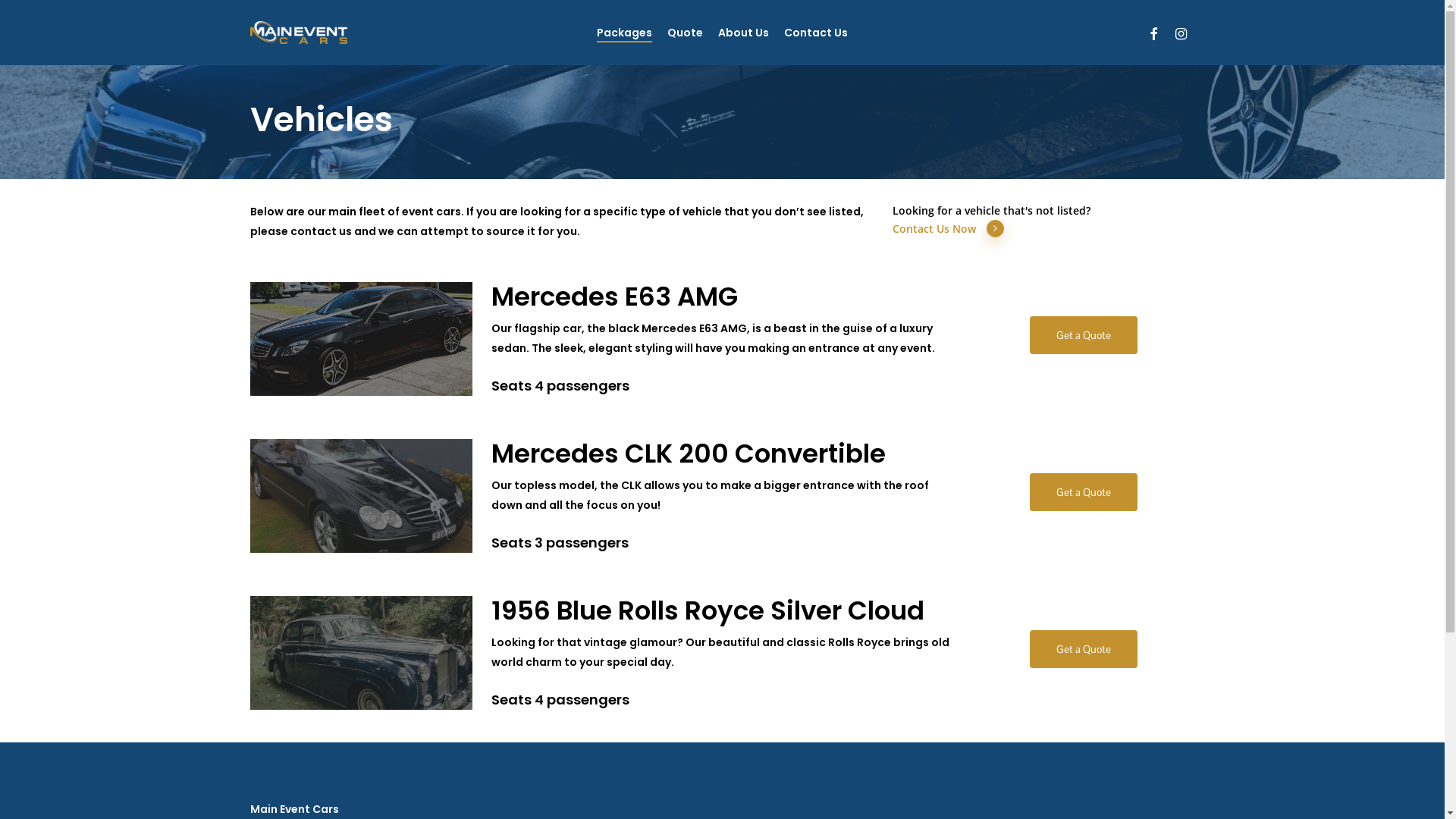 This screenshot has height=819, width=1456. Describe the element at coordinates (1083, 334) in the screenshot. I see `'Get a Quote'` at that location.